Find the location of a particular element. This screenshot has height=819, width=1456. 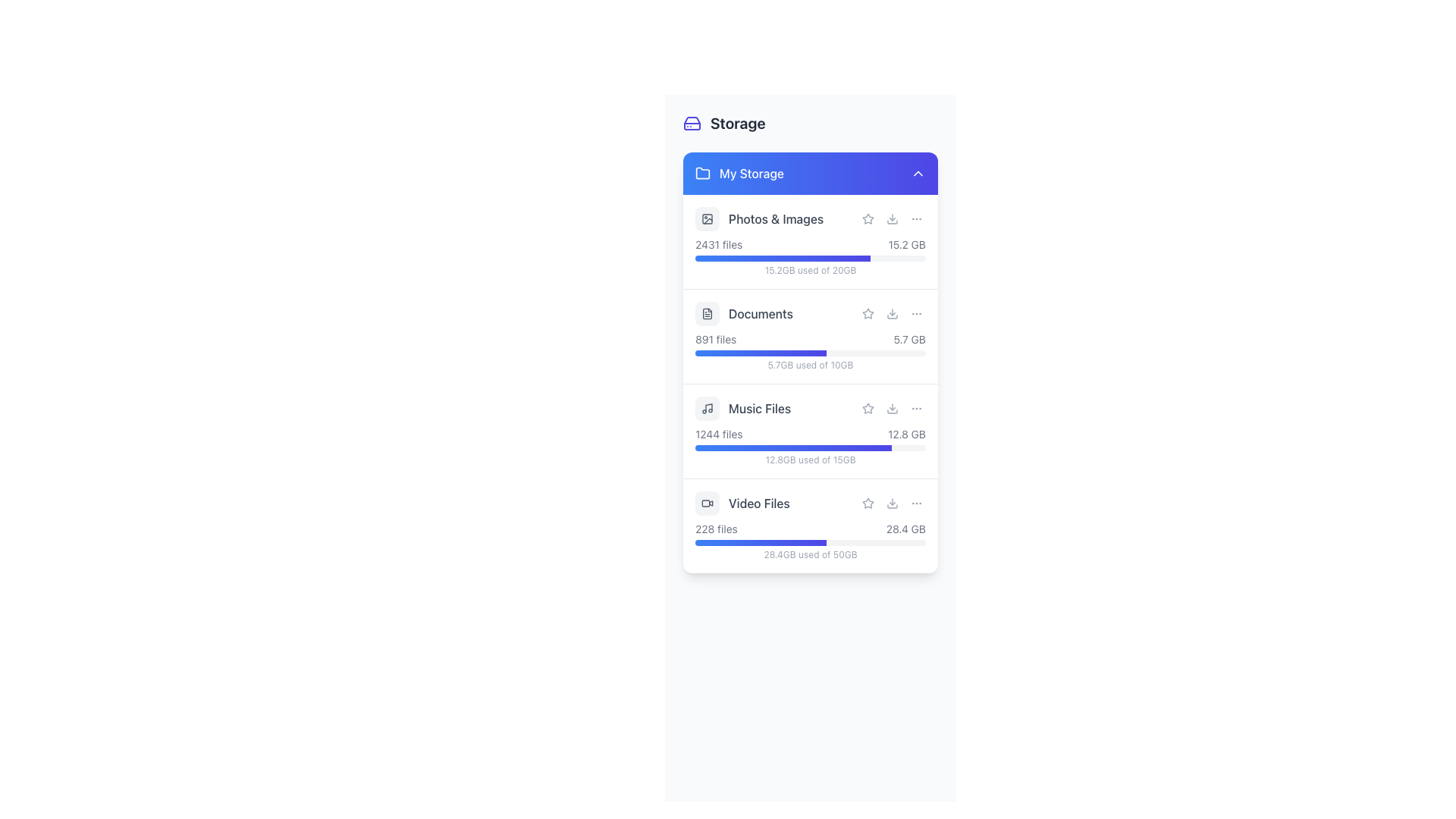

the 'Music Files' data display card located in the 'My Storage' section is located at coordinates (810, 382).